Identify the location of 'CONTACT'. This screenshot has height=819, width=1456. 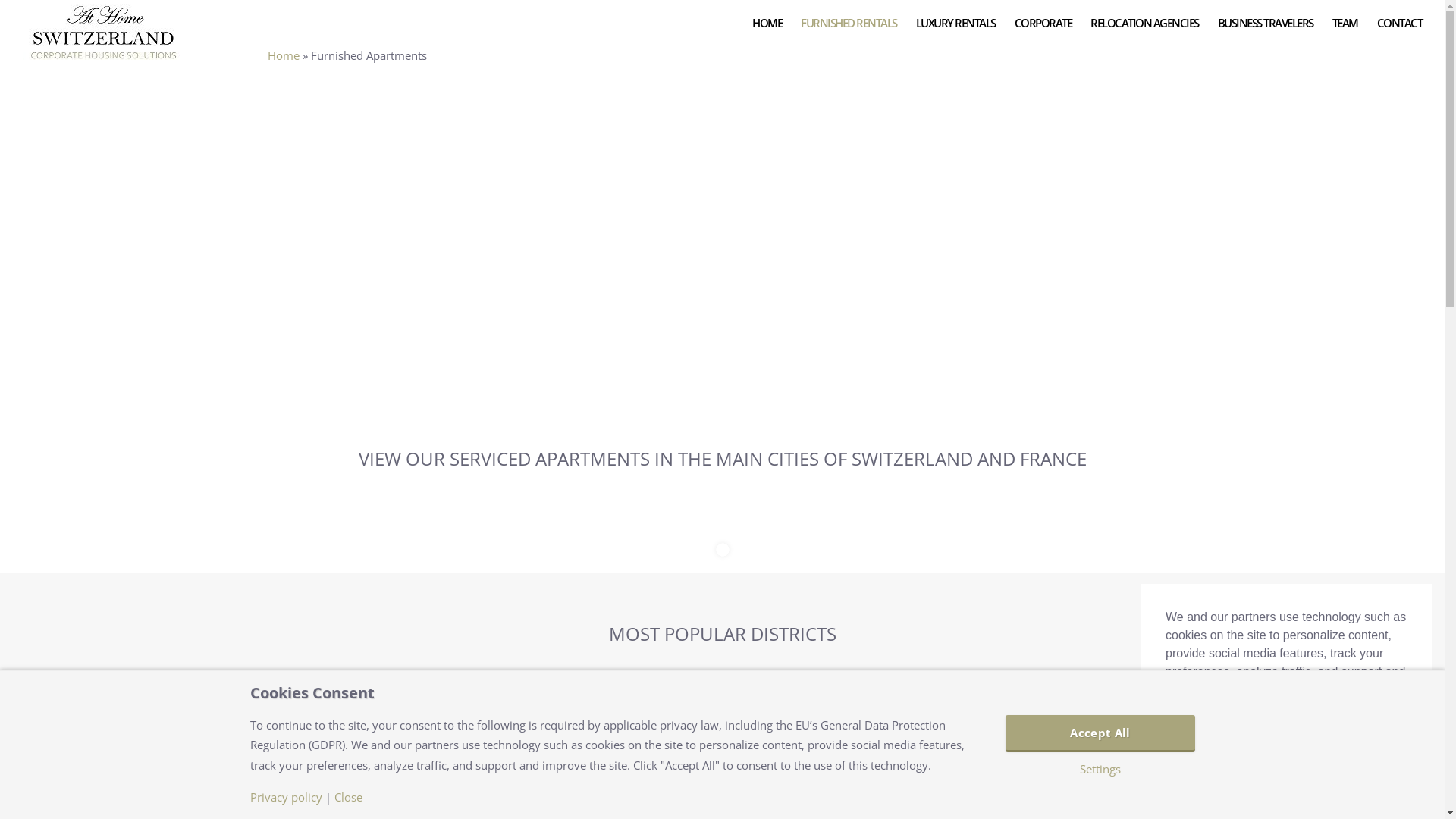
(1399, 23).